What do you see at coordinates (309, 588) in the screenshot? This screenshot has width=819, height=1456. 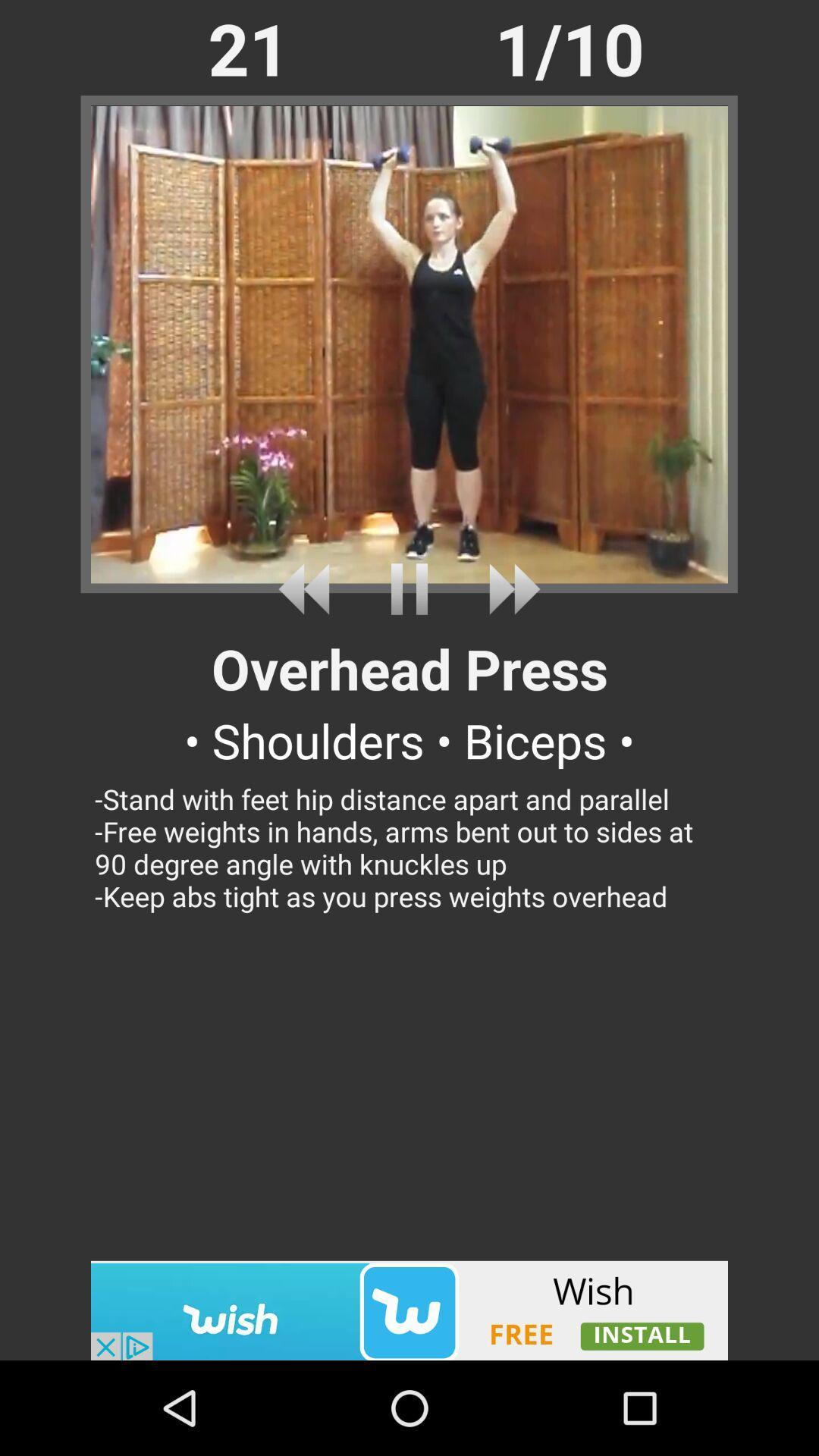 I see `prvious` at bounding box center [309, 588].